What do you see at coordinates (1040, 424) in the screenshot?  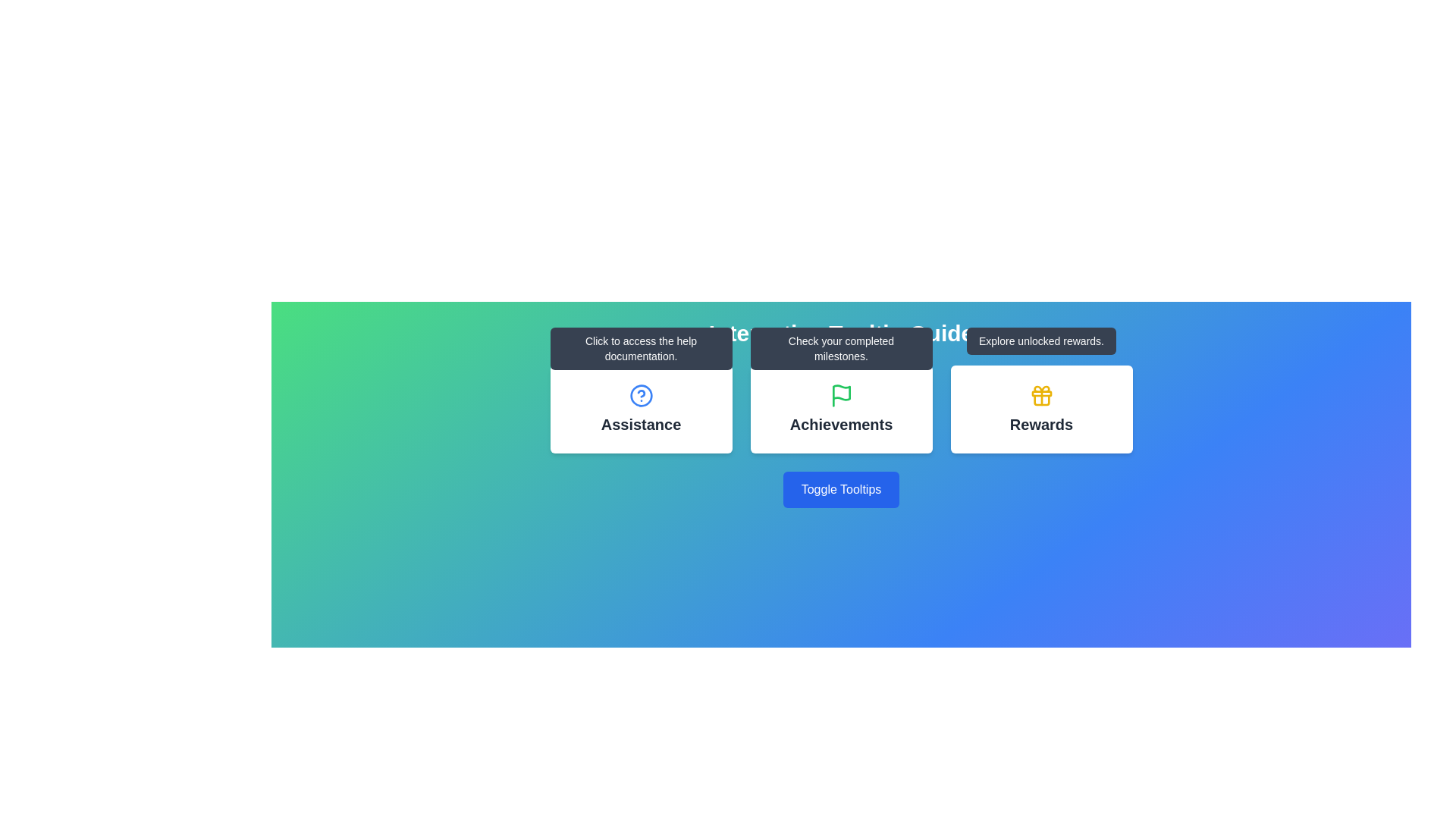 I see `the 'Rewards' text label styled in bold, deep gray font` at bounding box center [1040, 424].